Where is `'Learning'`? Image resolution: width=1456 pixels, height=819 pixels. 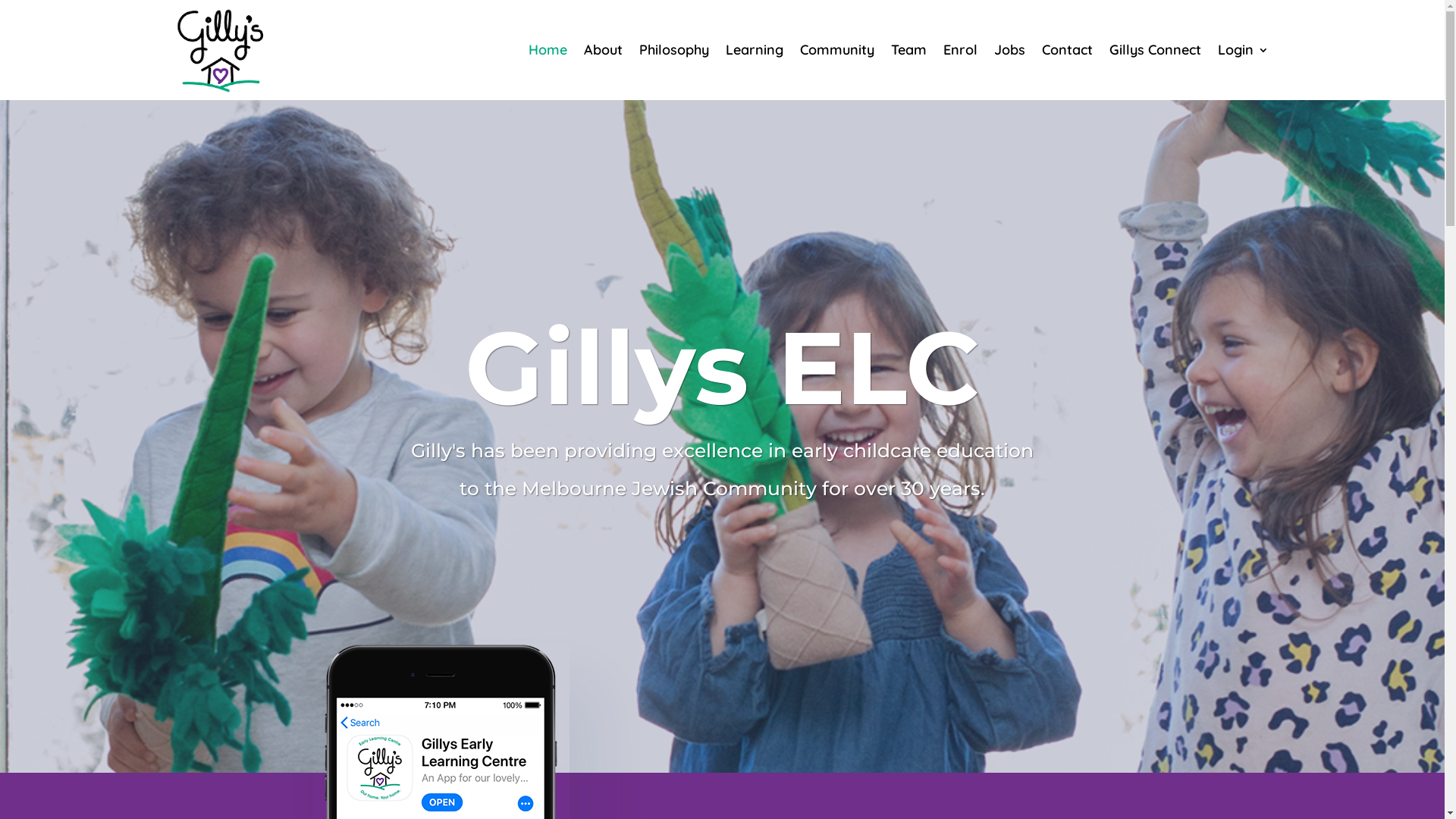 'Learning' is located at coordinates (753, 49).